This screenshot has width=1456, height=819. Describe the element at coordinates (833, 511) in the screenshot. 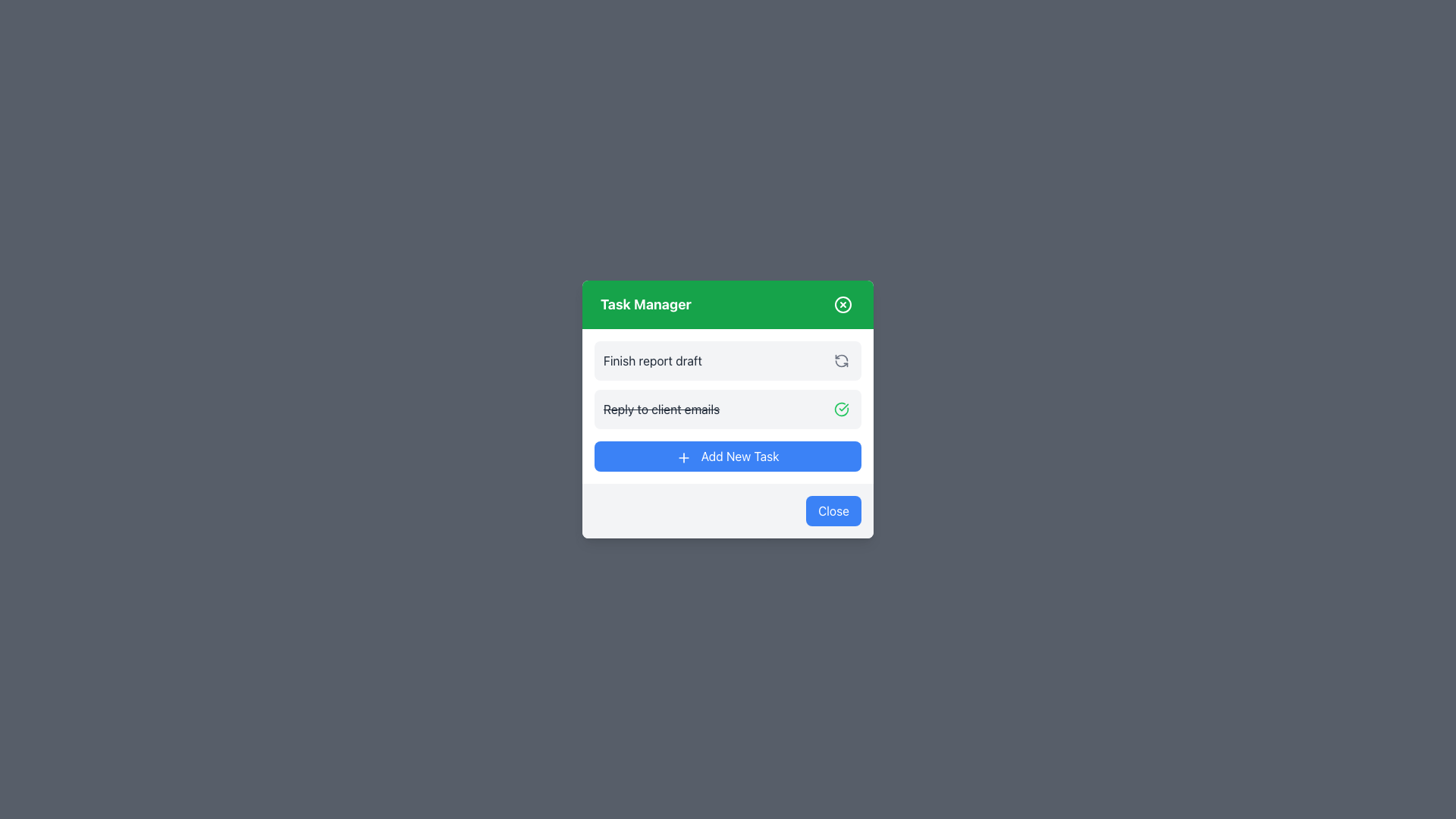

I see `the 'Close' button with a blue background and white text located in the lower right corner of the 'Task Manager' modal` at that location.